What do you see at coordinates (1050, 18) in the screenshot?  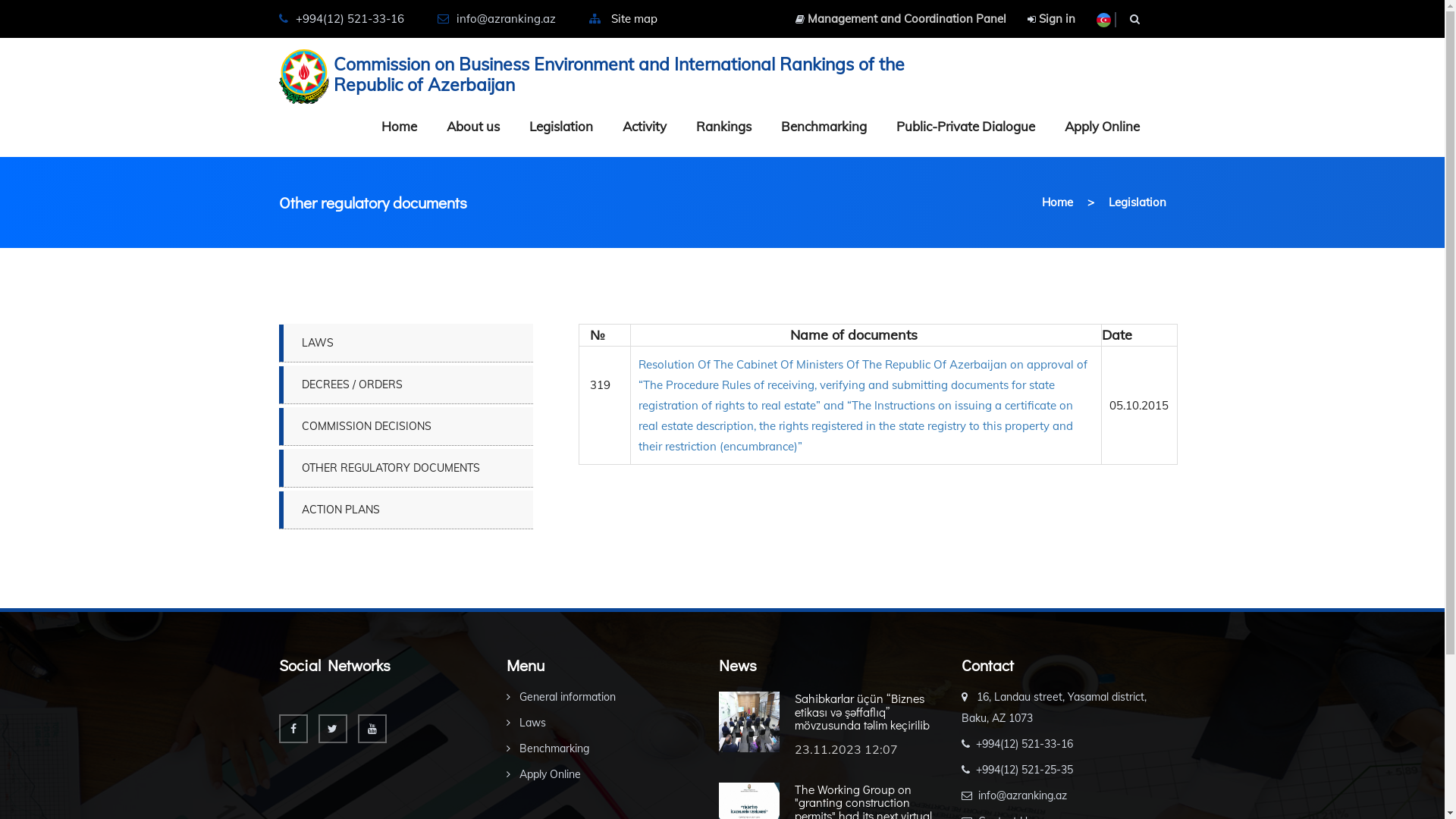 I see `'Sign in'` at bounding box center [1050, 18].